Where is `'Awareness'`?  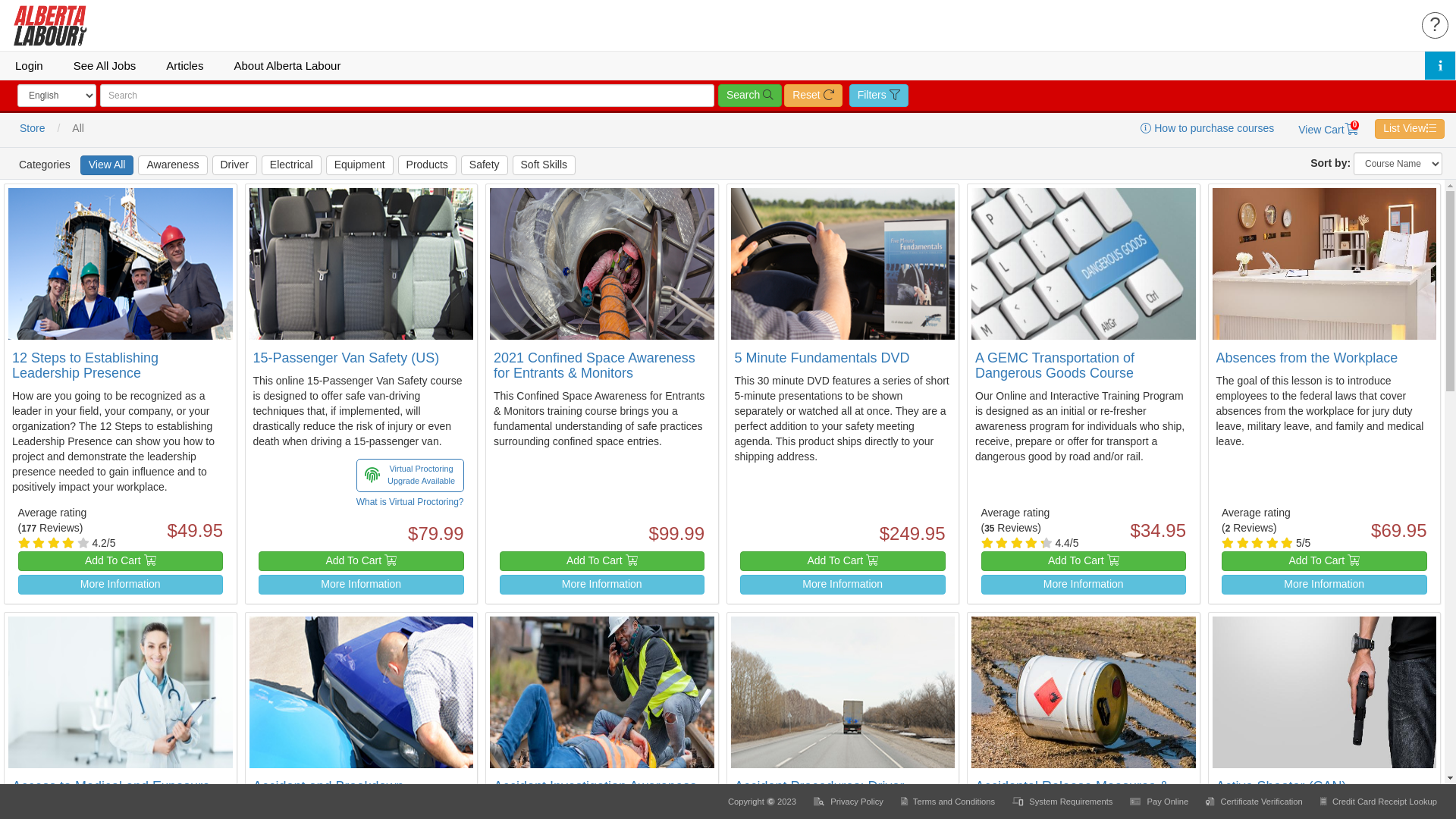 'Awareness' is located at coordinates (172, 165).